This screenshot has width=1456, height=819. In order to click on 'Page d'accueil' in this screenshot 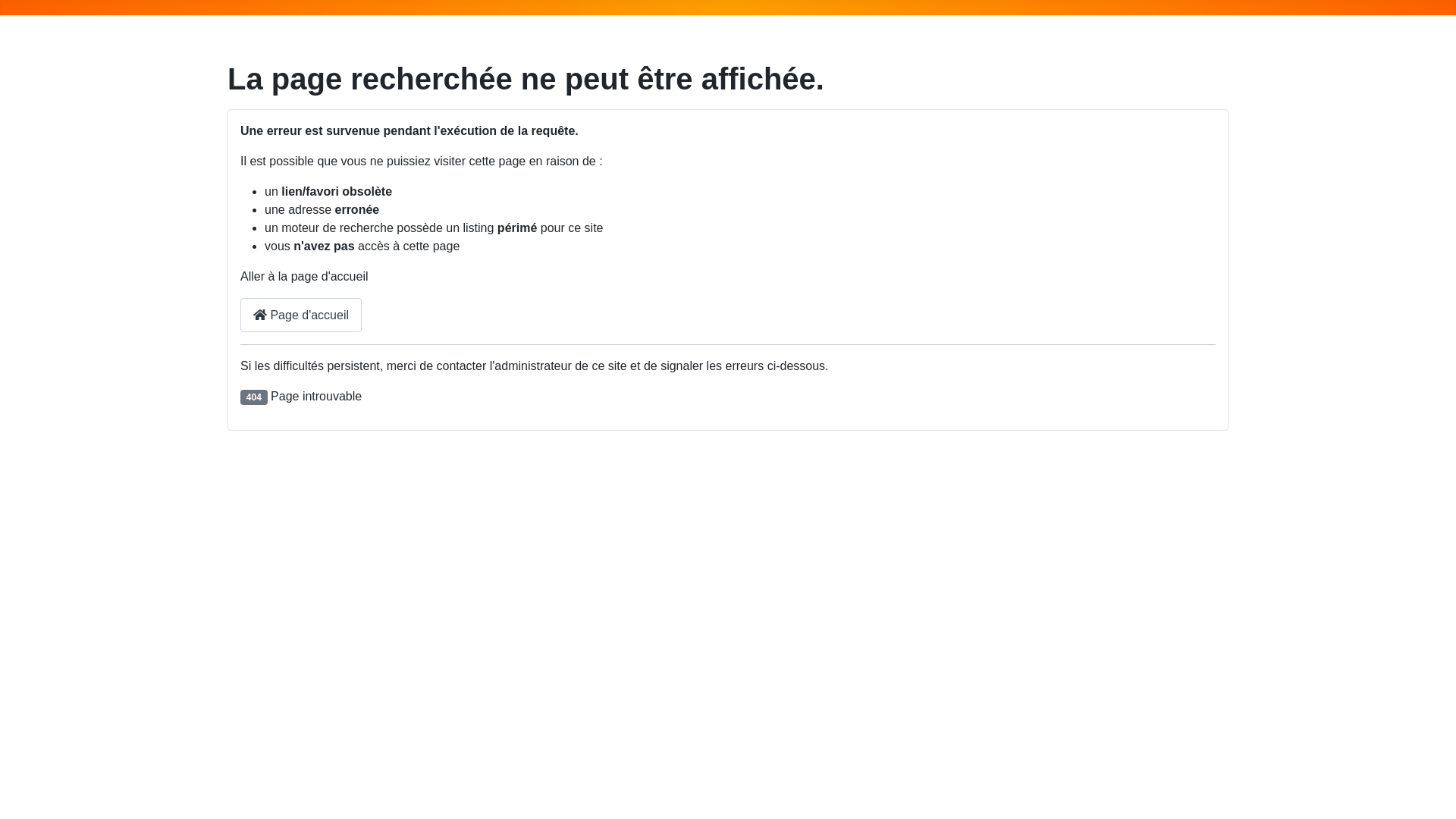, I will do `click(239, 314)`.